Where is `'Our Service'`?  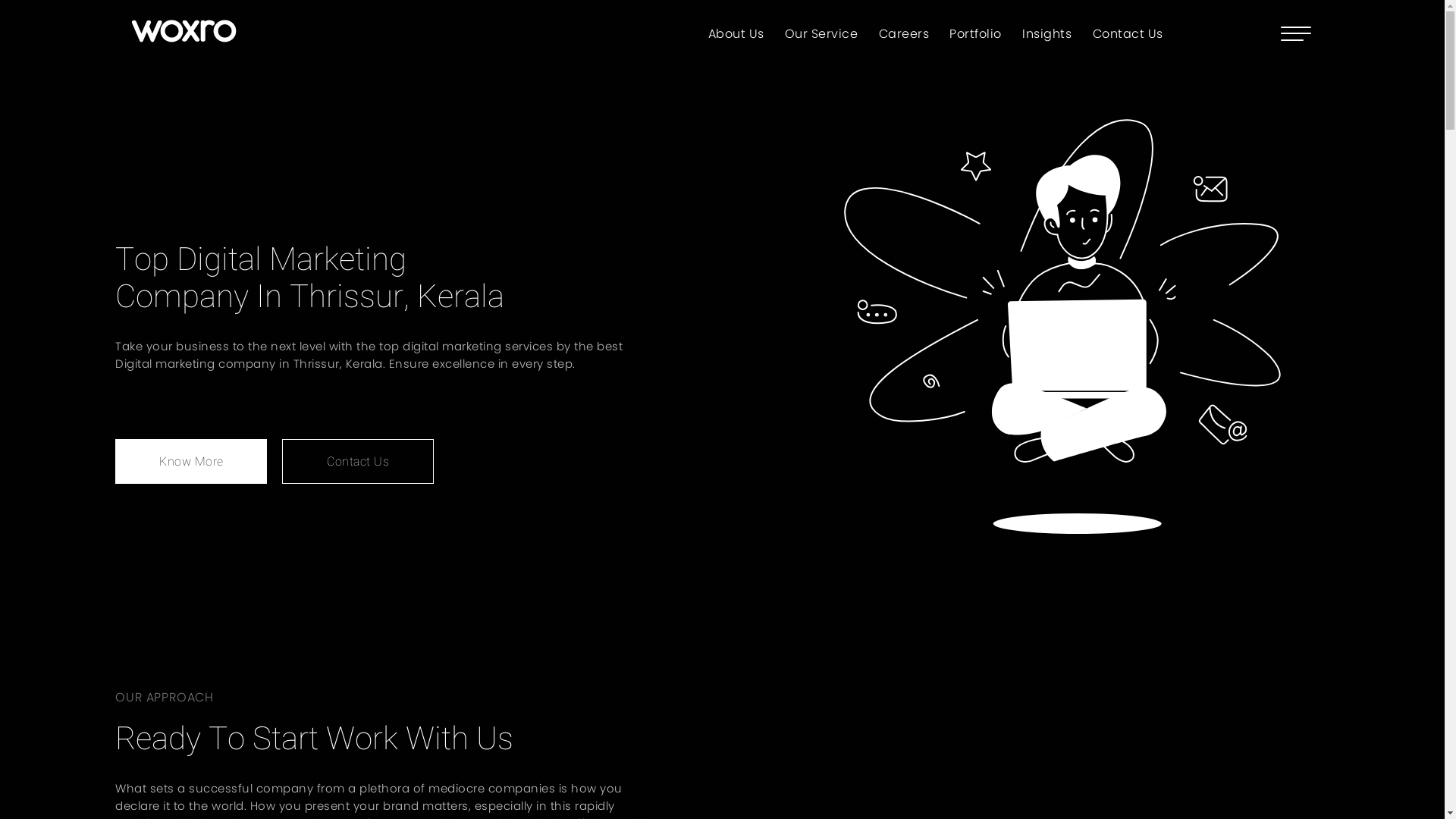
'Our Service' is located at coordinates (821, 33).